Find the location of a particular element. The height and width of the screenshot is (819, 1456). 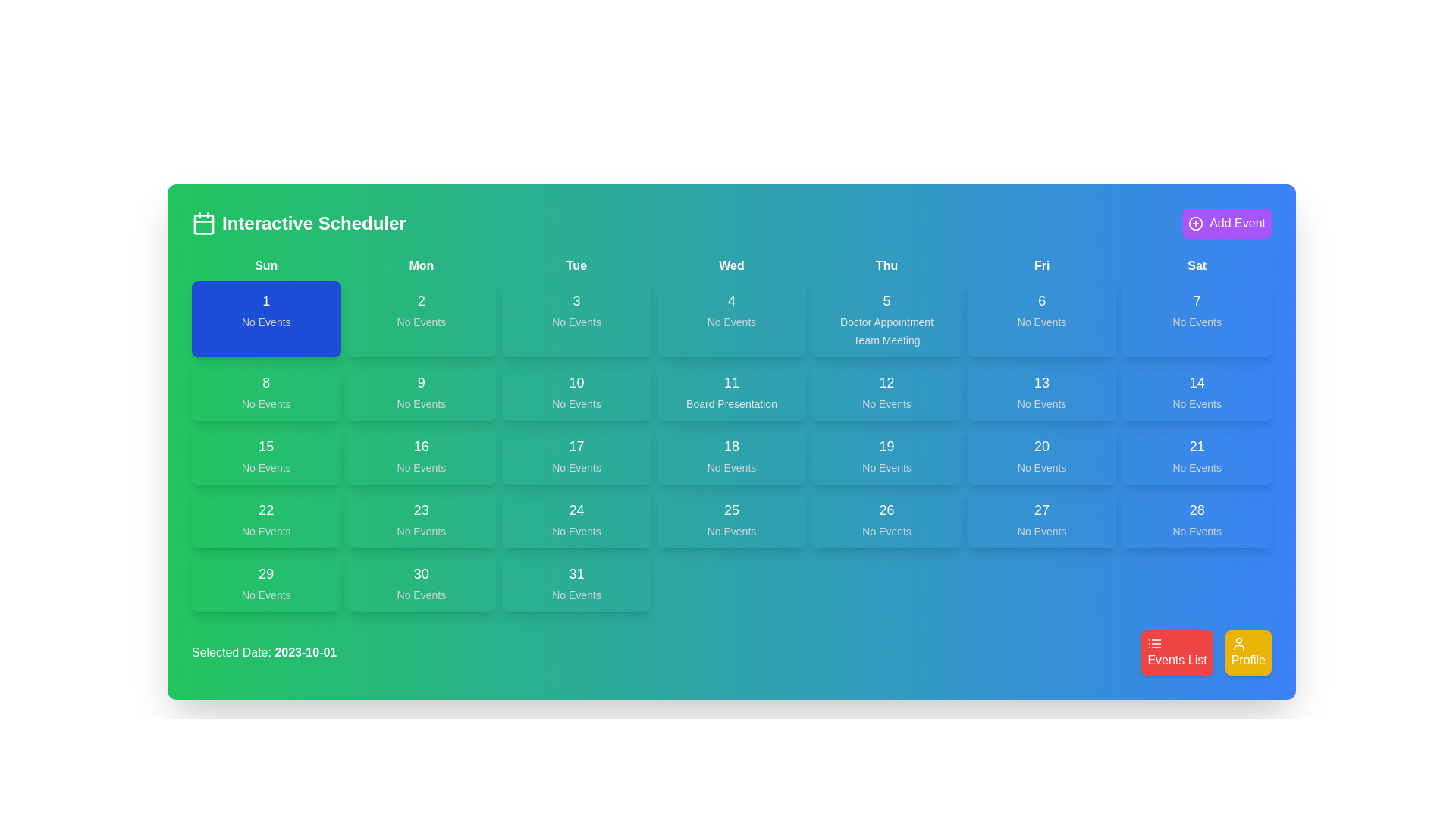

the text label indicating that no events are scheduled, located in the bottom section of the cell labeled '15' in the calendar is located at coordinates (266, 467).